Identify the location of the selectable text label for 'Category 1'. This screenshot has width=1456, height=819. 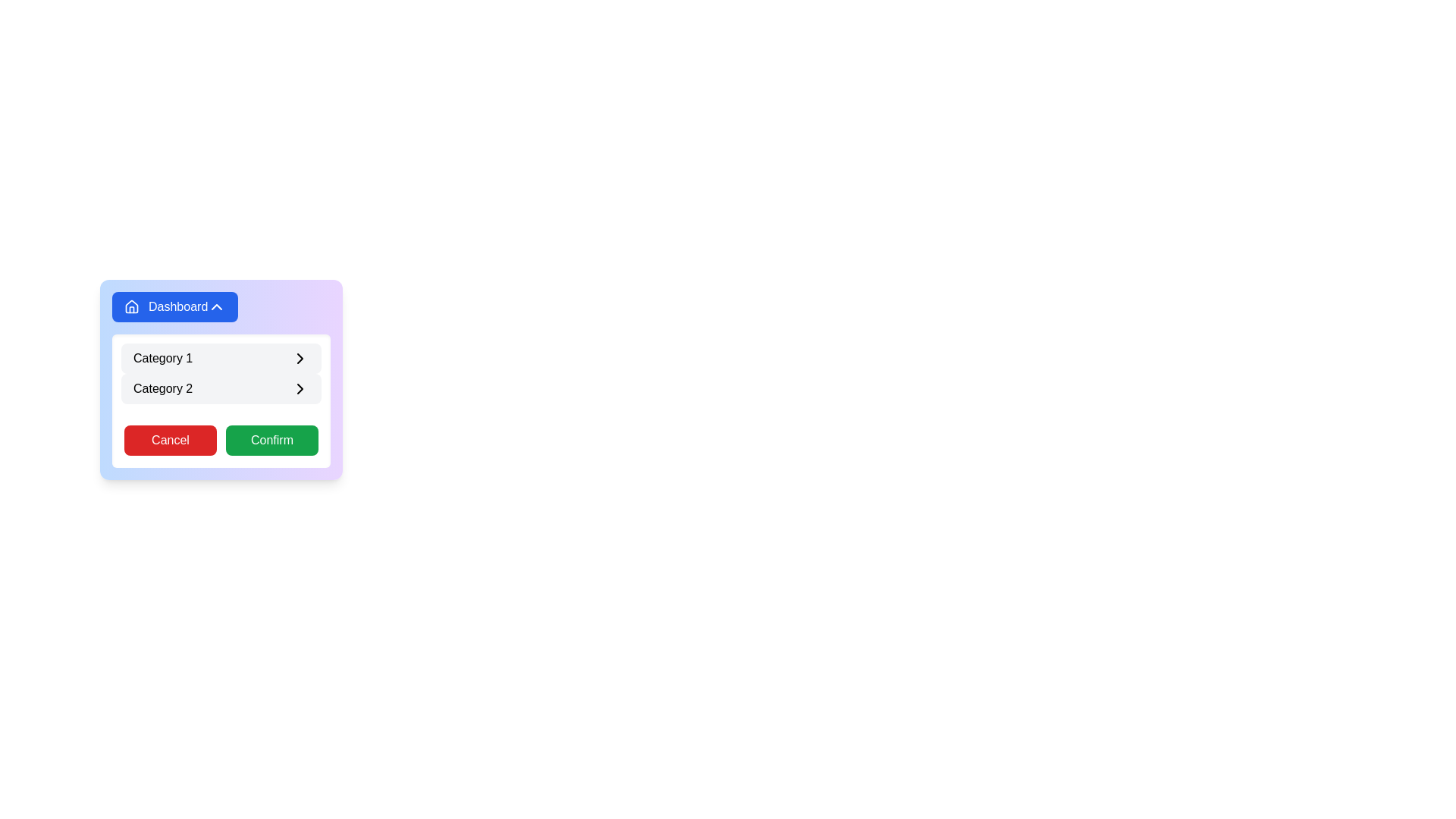
(163, 359).